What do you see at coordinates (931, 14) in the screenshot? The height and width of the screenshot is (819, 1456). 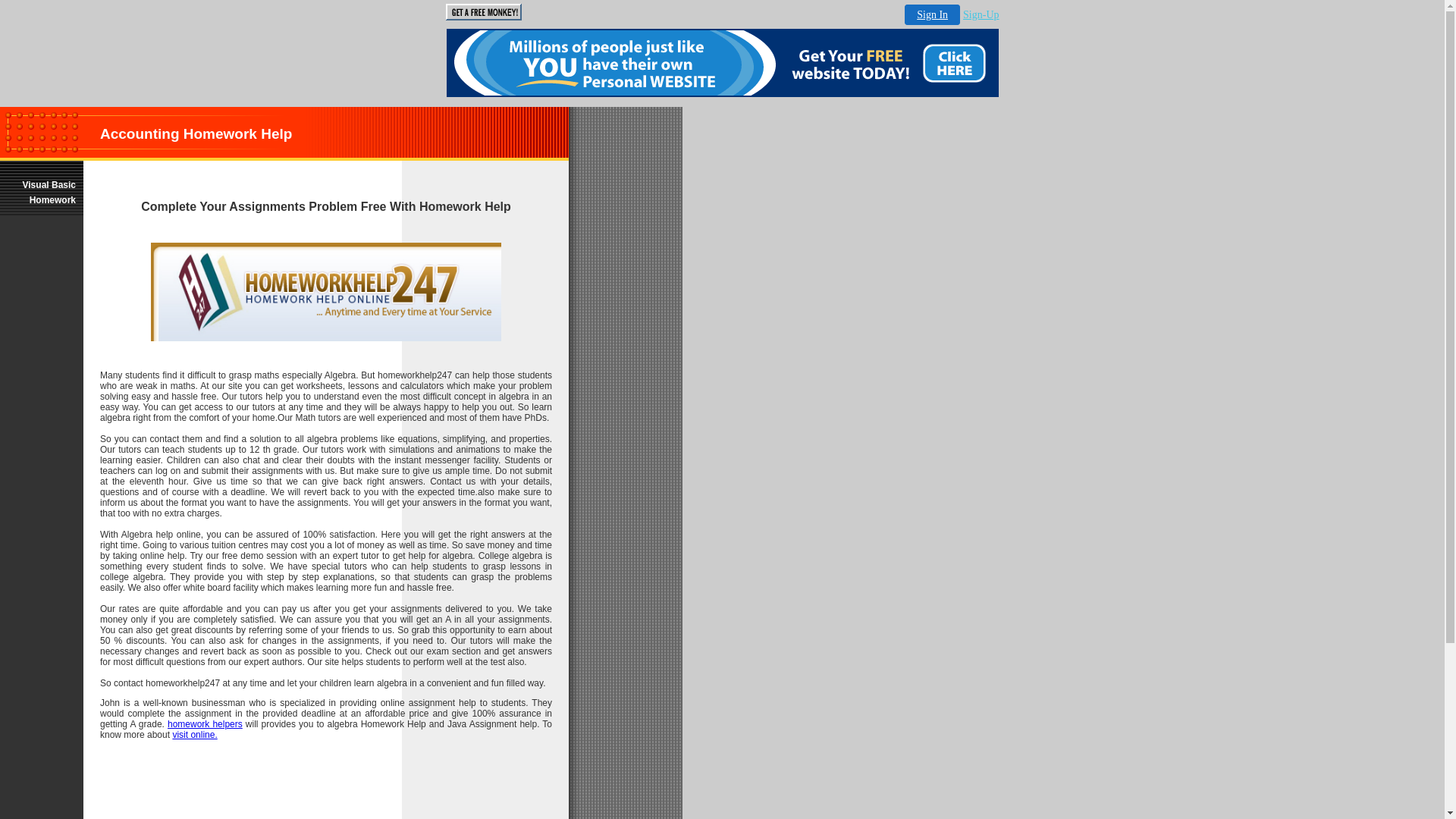 I see `'Sign In'` at bounding box center [931, 14].